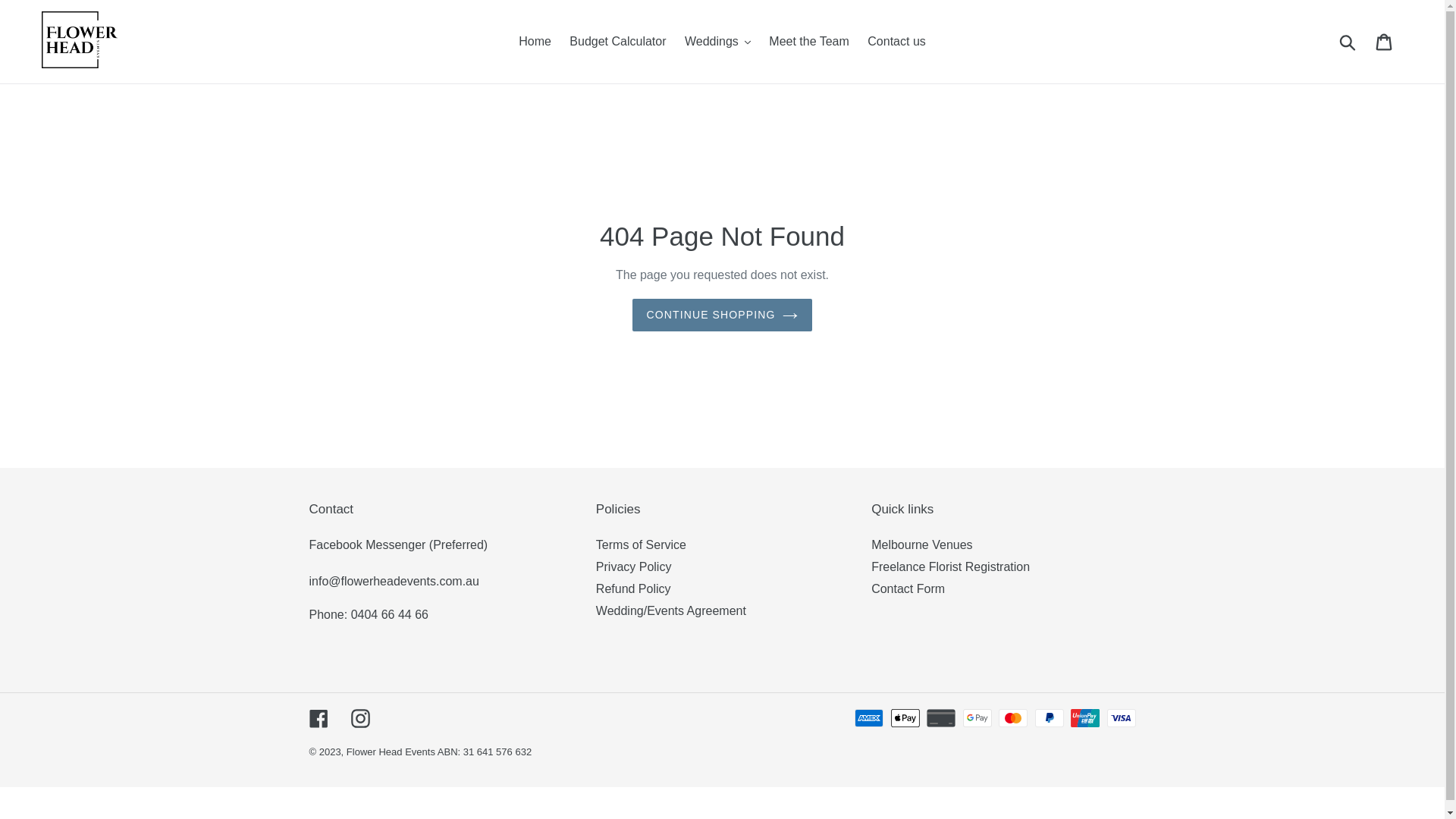 The height and width of the screenshot is (819, 1456). I want to click on 'Terms of Service', so click(641, 544).